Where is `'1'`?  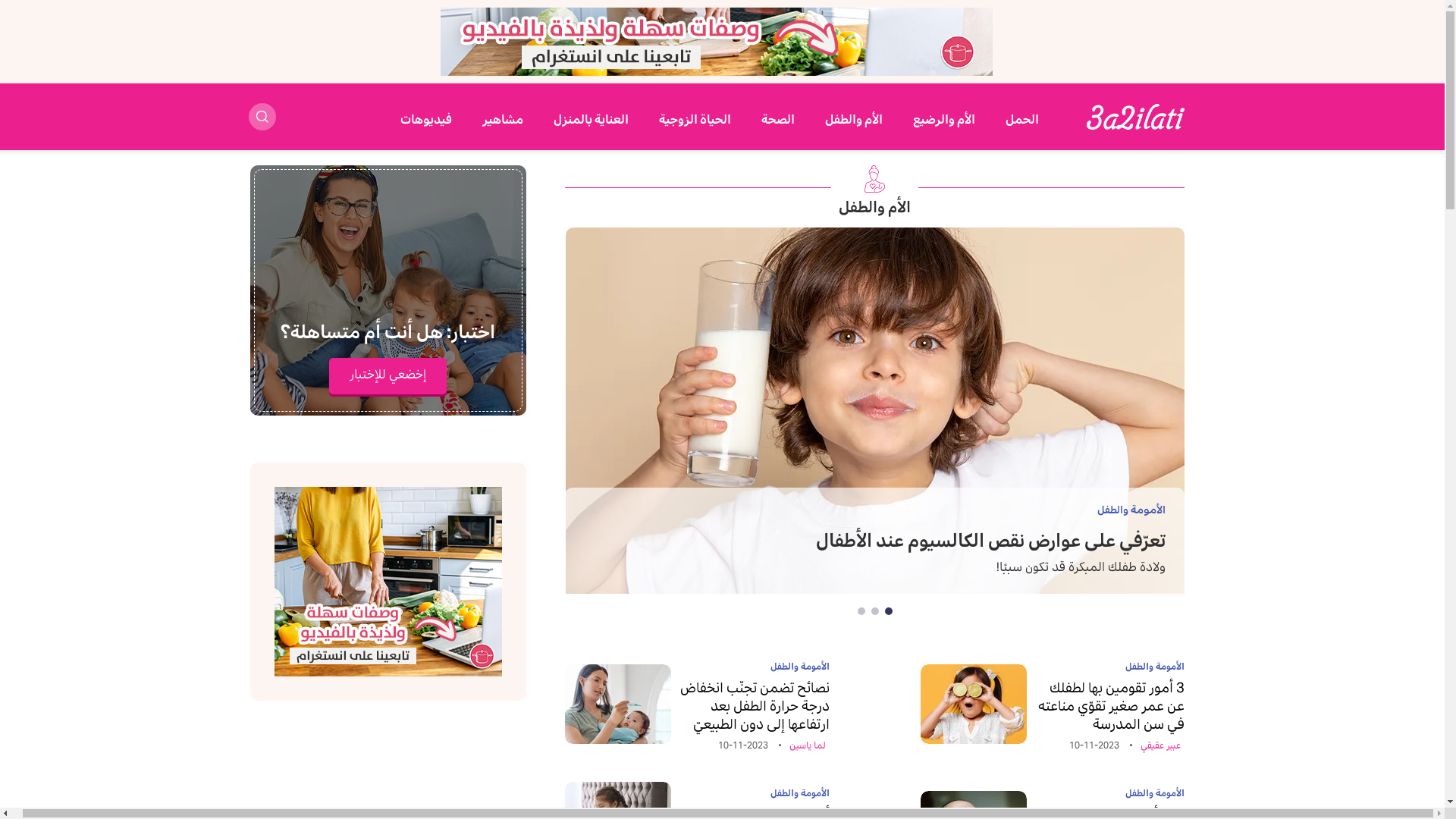 '1' is located at coordinates (888, 610).